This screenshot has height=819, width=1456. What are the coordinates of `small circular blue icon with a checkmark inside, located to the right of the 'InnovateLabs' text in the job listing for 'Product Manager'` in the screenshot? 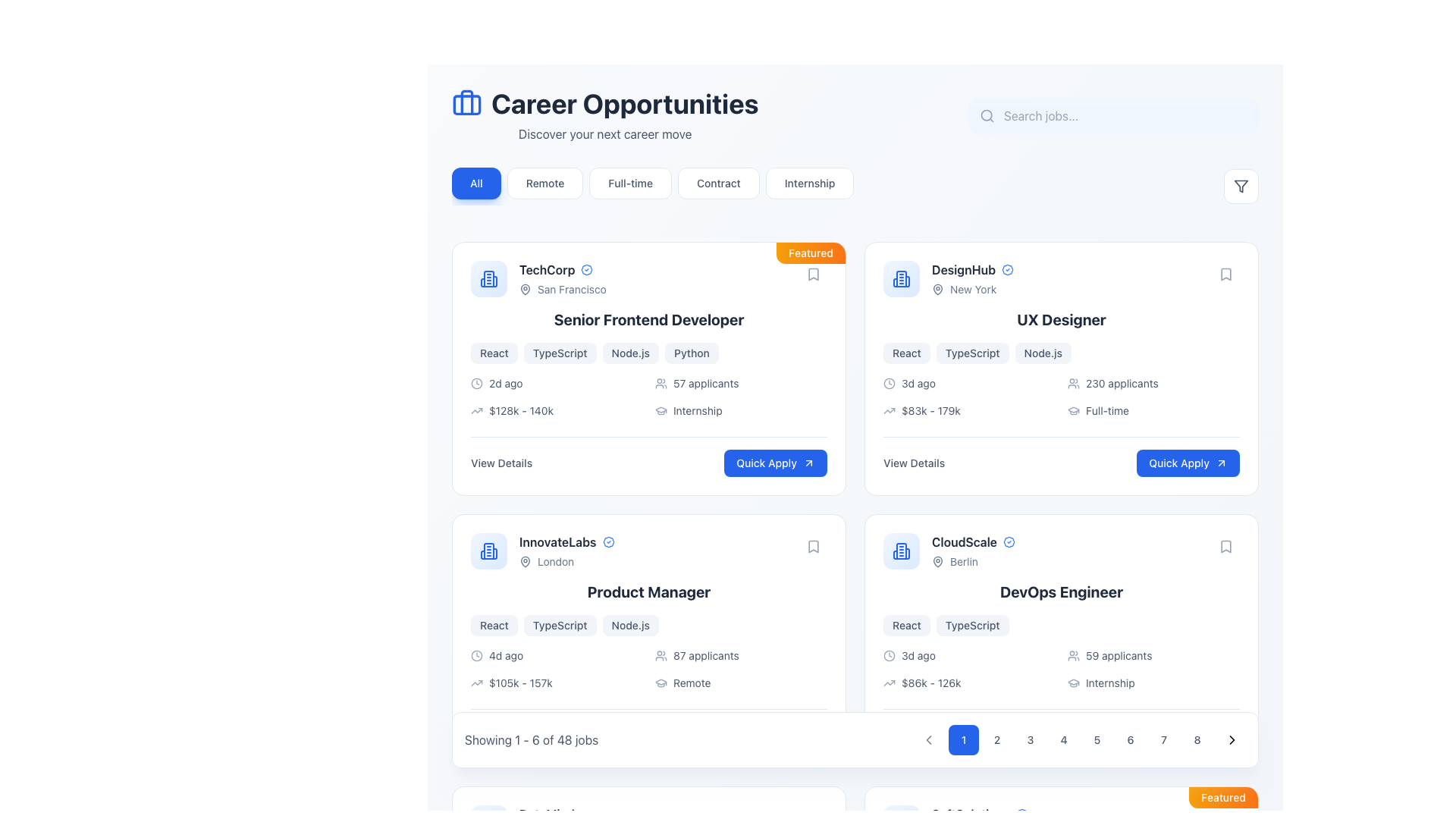 It's located at (608, 541).